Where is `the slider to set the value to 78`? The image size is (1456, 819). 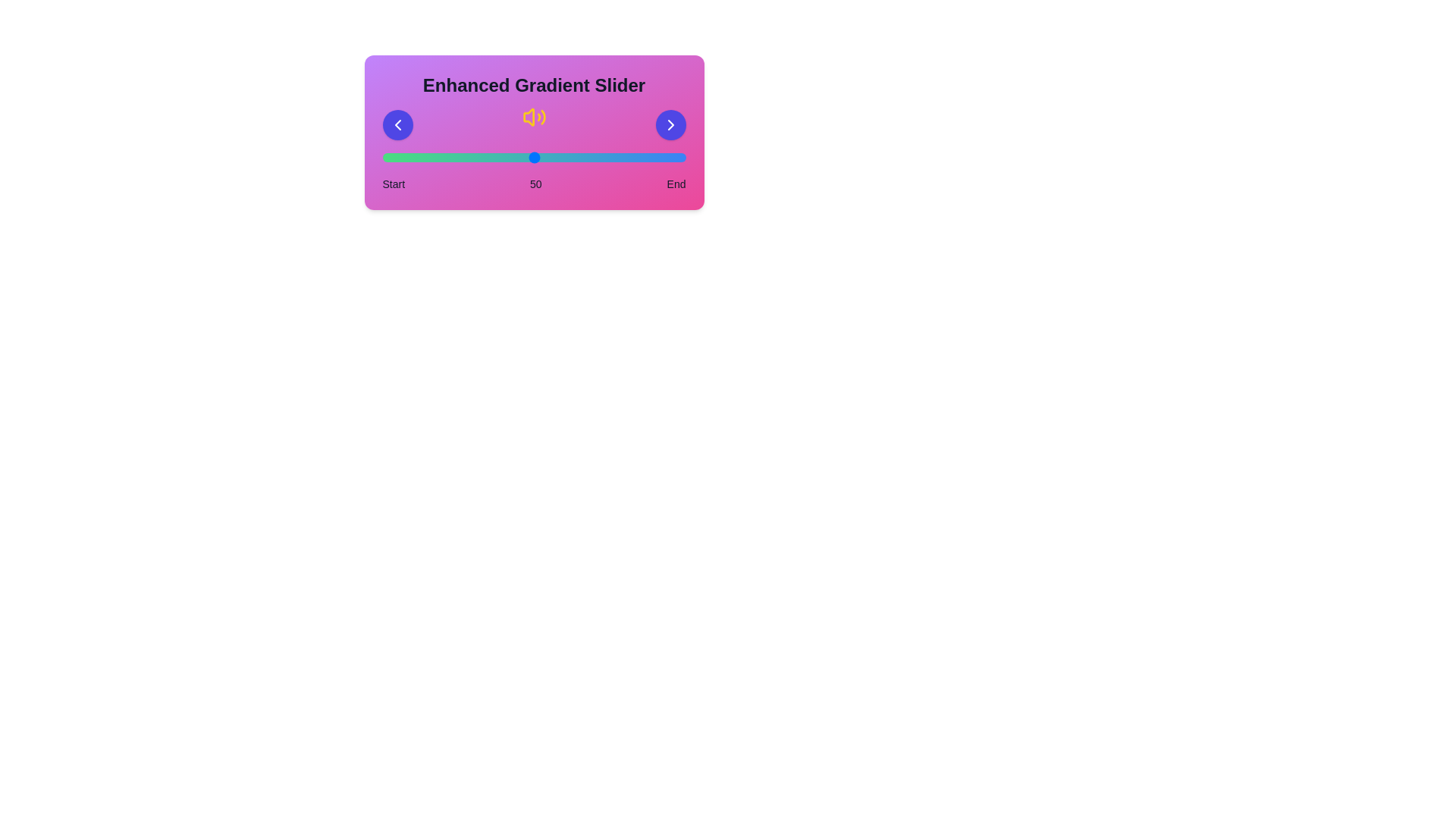 the slider to set the value to 78 is located at coordinates (619, 158).